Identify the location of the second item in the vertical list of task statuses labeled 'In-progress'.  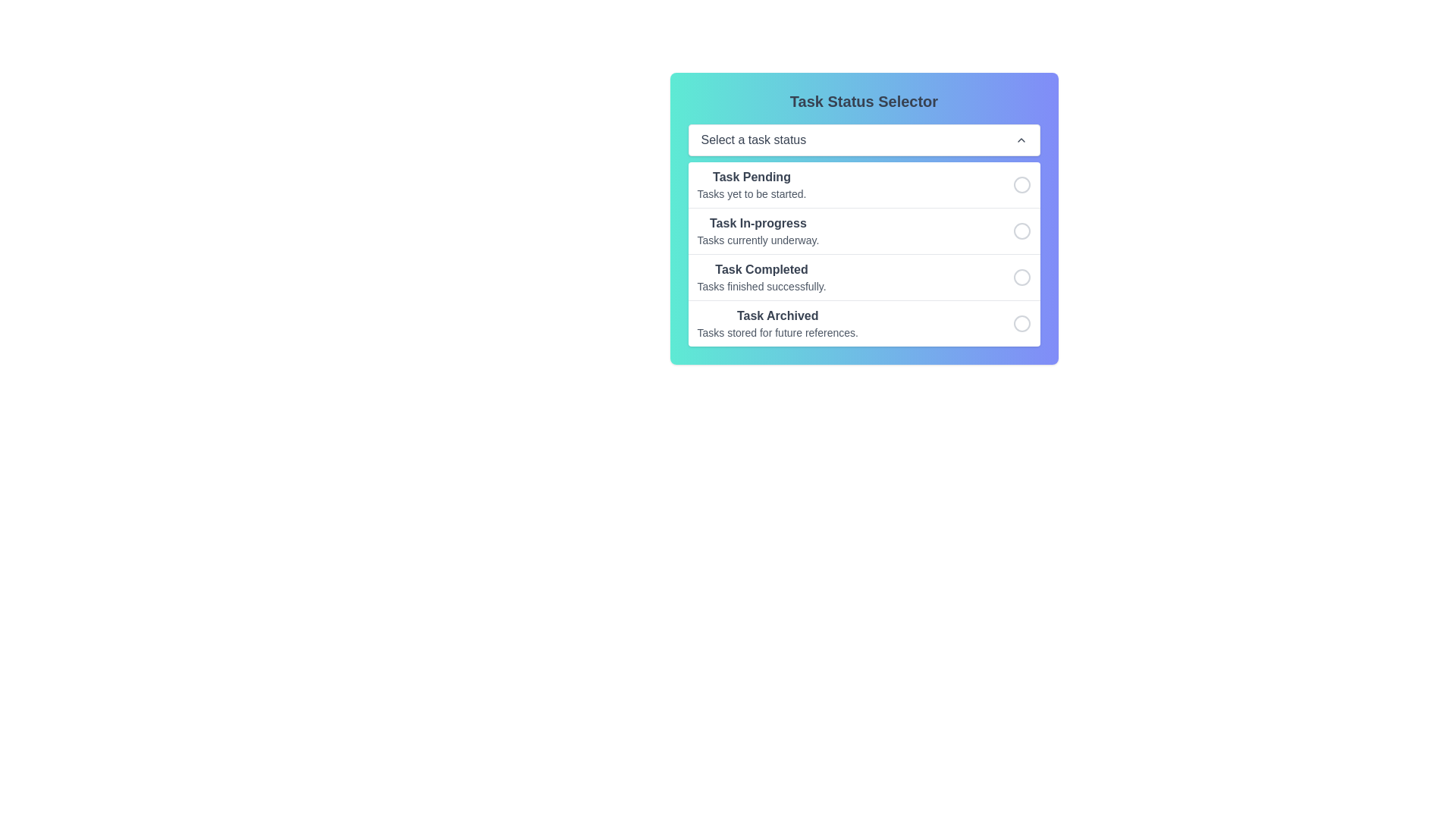
(864, 218).